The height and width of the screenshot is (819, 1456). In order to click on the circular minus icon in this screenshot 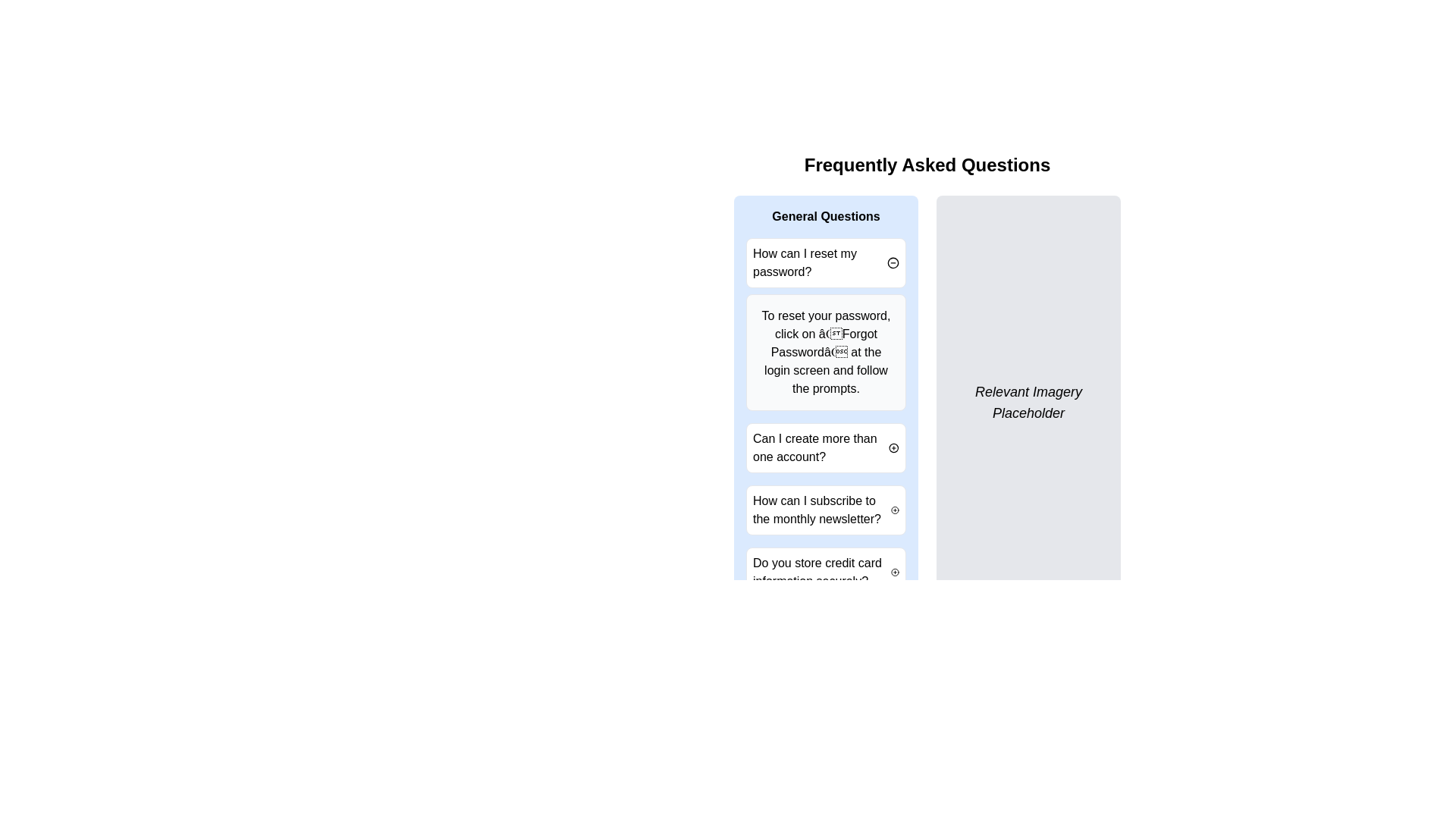, I will do `click(893, 262)`.